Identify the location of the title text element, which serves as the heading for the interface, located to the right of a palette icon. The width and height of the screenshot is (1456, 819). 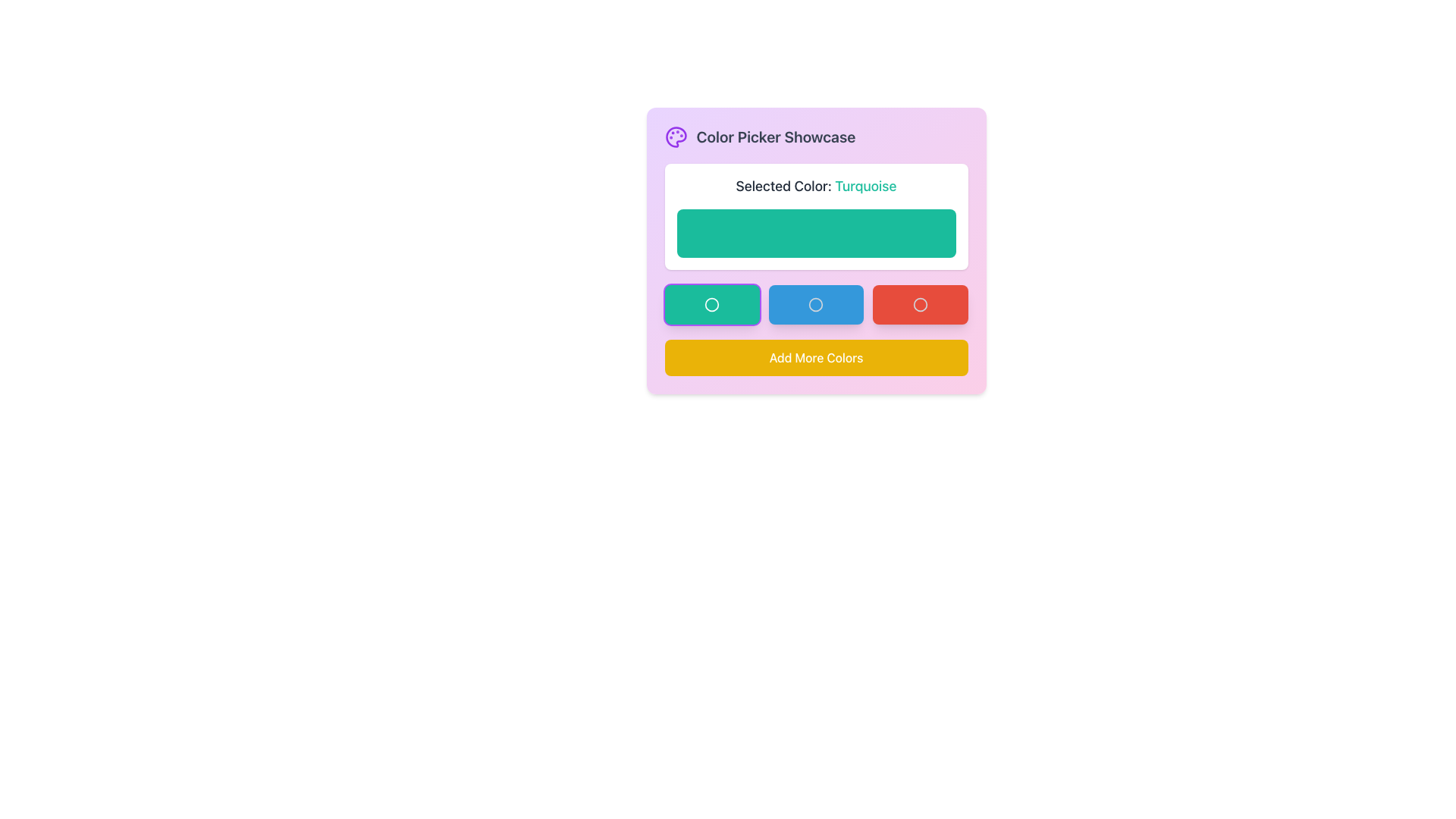
(776, 137).